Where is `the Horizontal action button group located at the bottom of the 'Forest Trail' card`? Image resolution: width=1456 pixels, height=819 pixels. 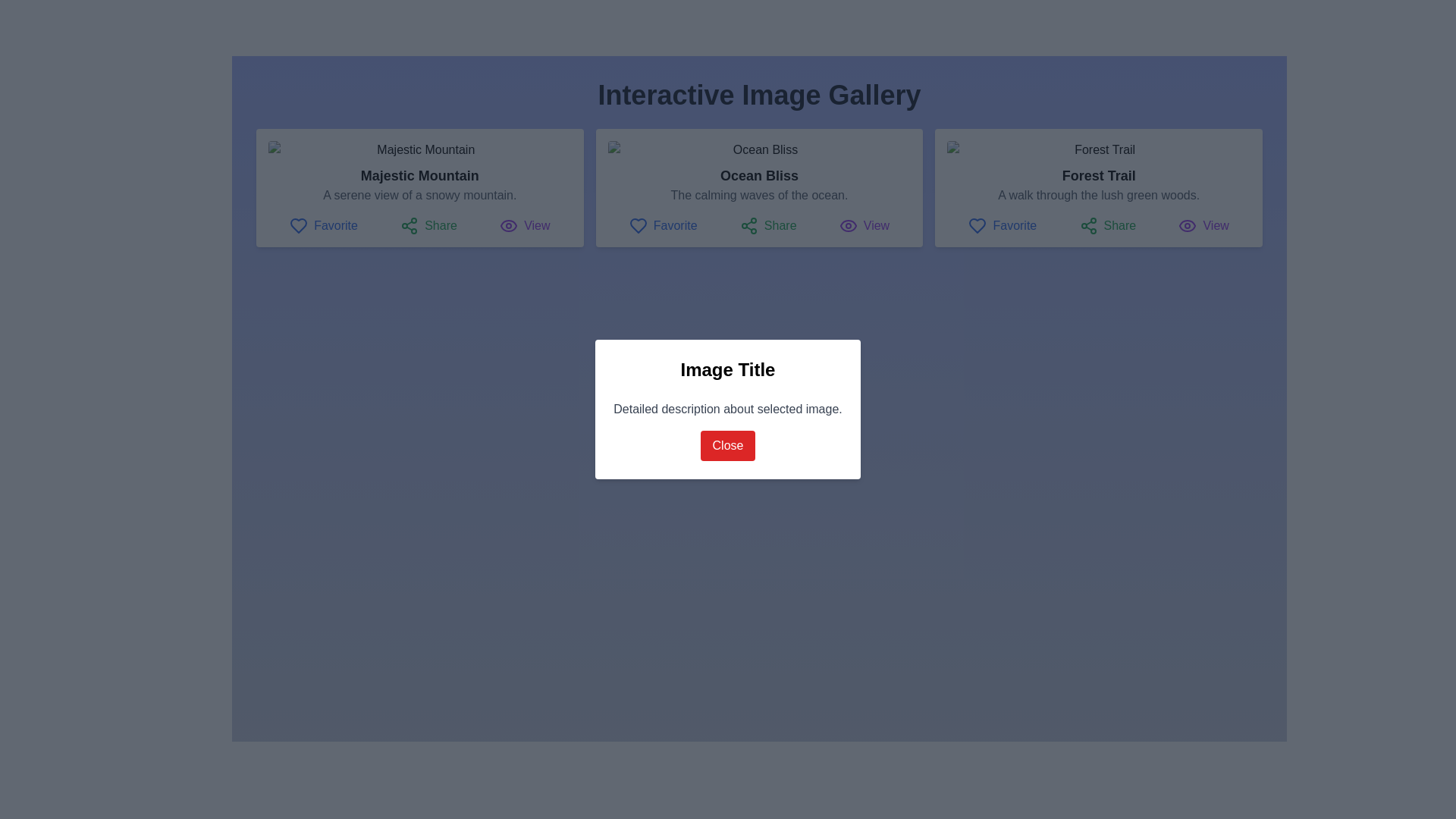 the Horizontal action button group located at the bottom of the 'Forest Trail' card is located at coordinates (1099, 225).